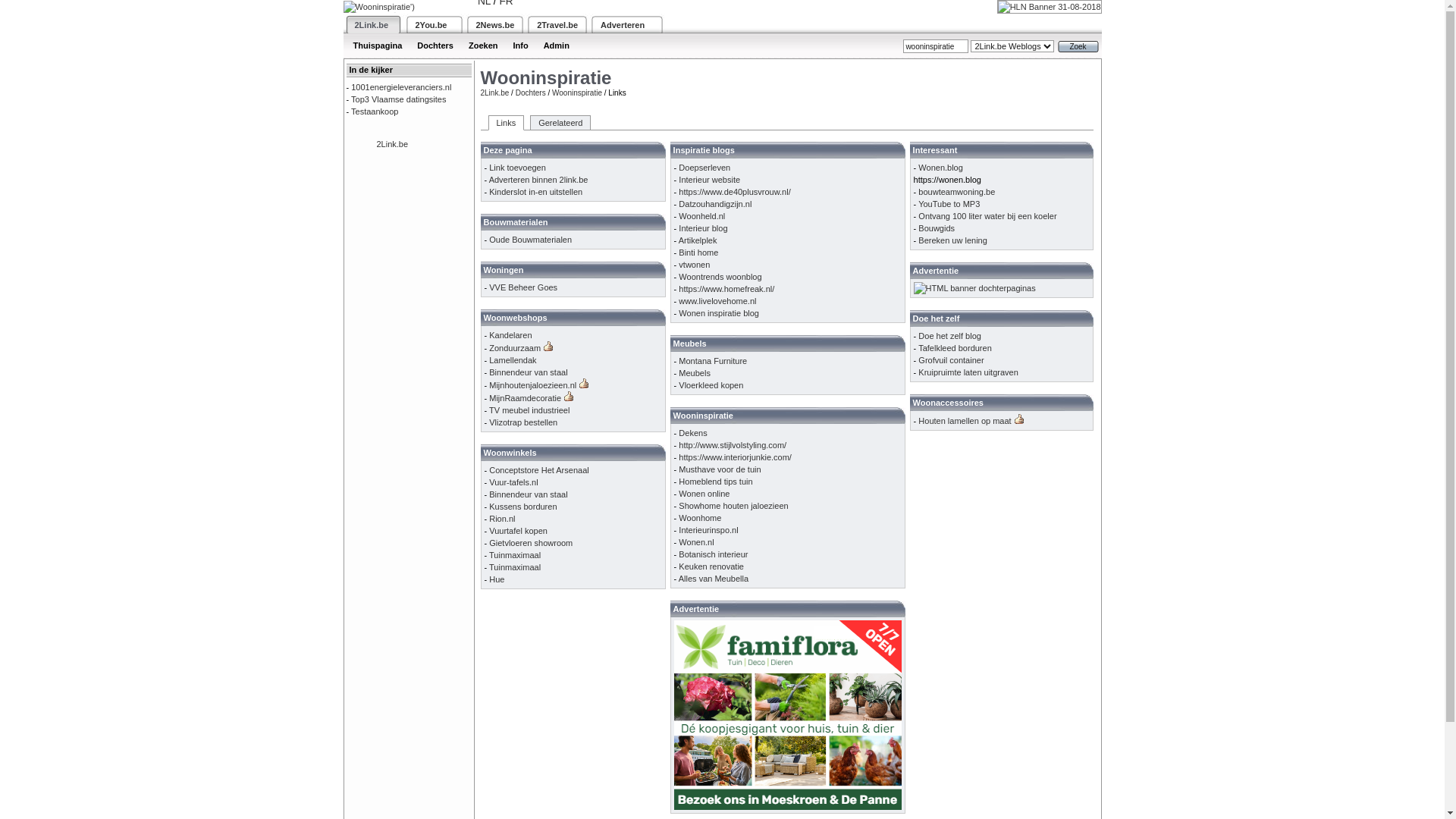  What do you see at coordinates (495, 25) in the screenshot?
I see `'2News.be'` at bounding box center [495, 25].